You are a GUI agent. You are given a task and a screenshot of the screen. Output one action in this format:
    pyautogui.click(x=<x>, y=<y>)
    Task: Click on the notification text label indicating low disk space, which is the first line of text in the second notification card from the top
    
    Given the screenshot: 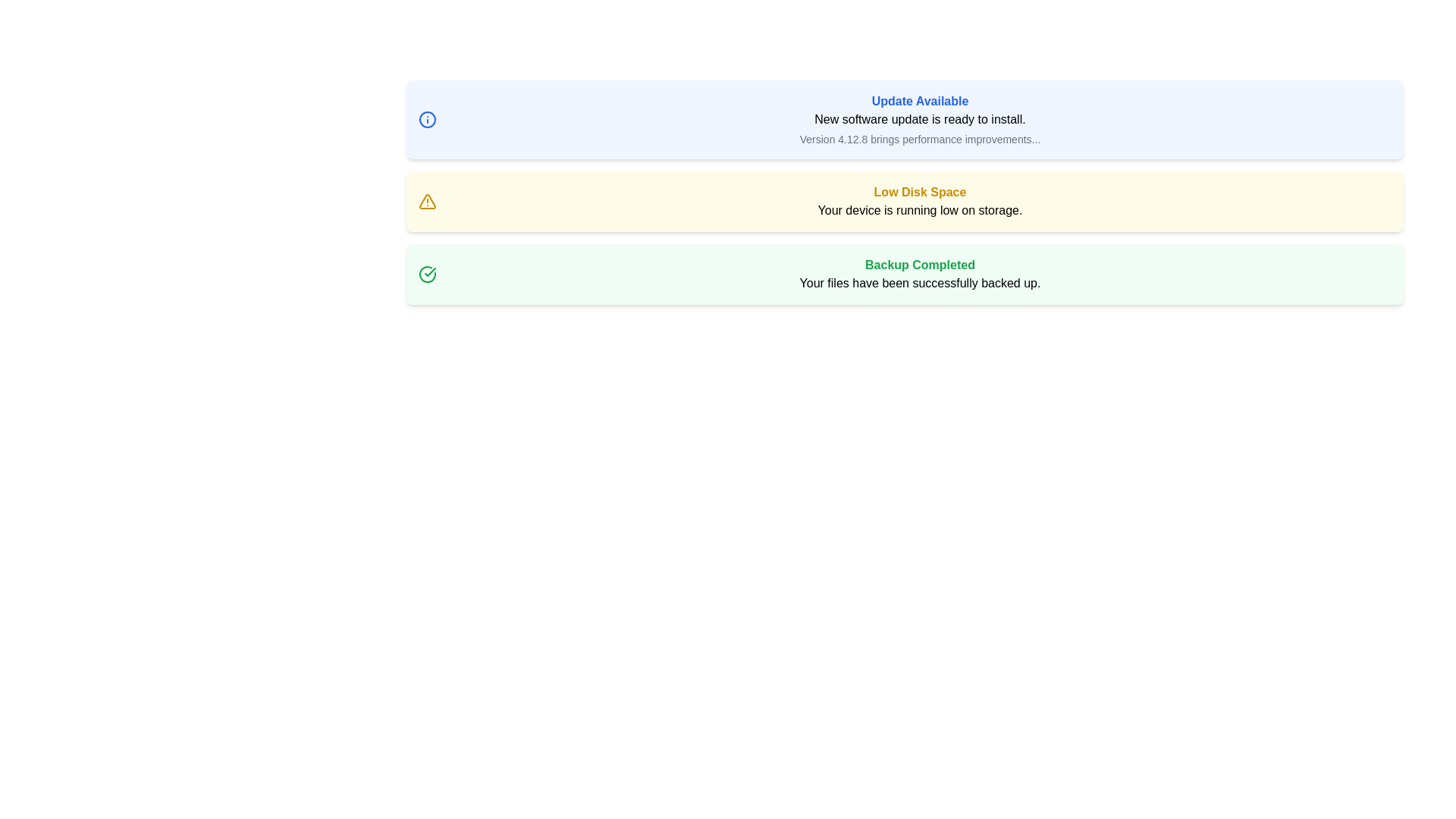 What is the action you would take?
    pyautogui.click(x=919, y=192)
    